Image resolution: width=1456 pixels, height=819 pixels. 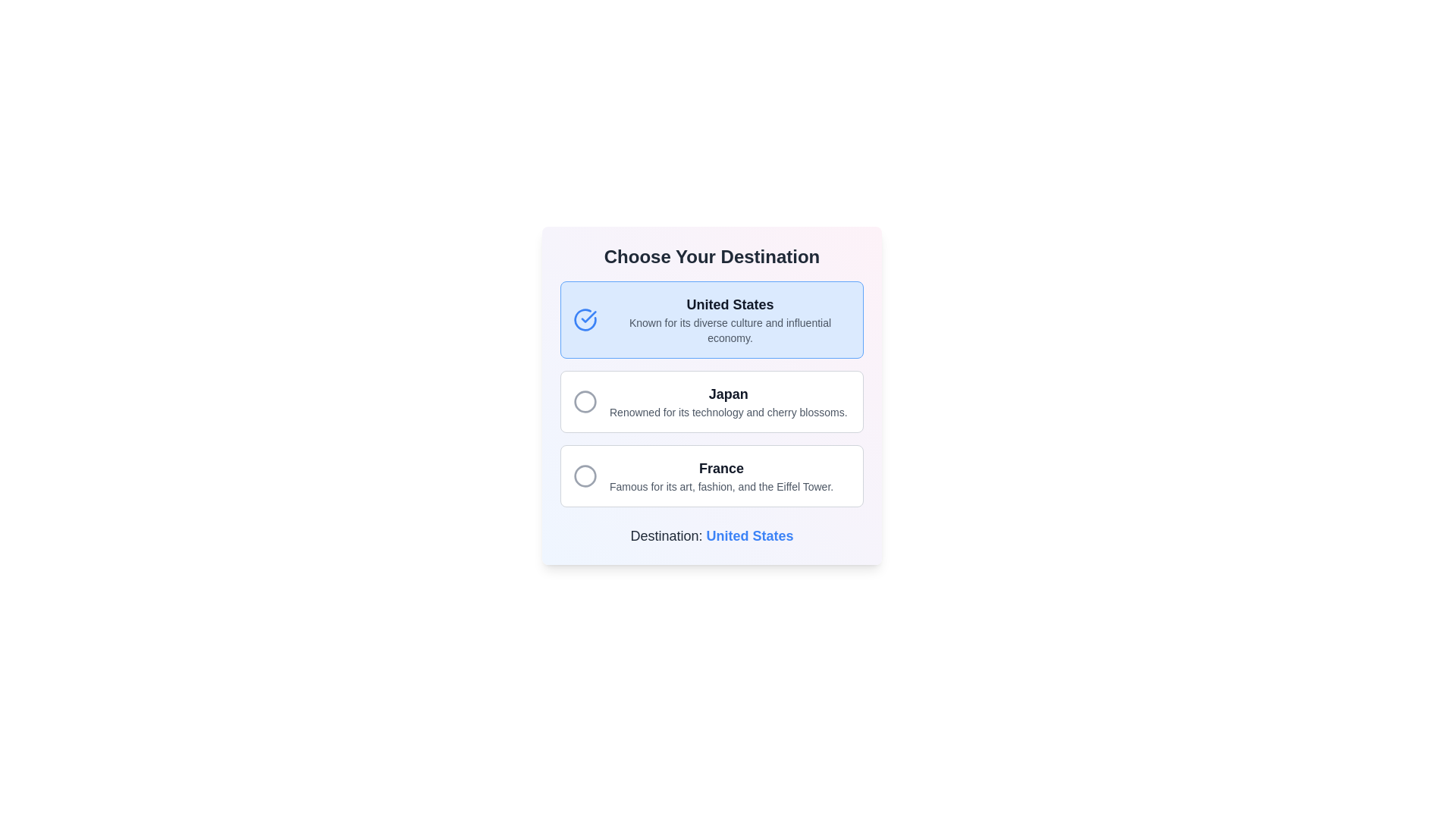 What do you see at coordinates (585, 318) in the screenshot?
I see `the circular checkmark icon with a blue outline and checkmark inside, located at the upper-left corner of the 'United States' option` at bounding box center [585, 318].